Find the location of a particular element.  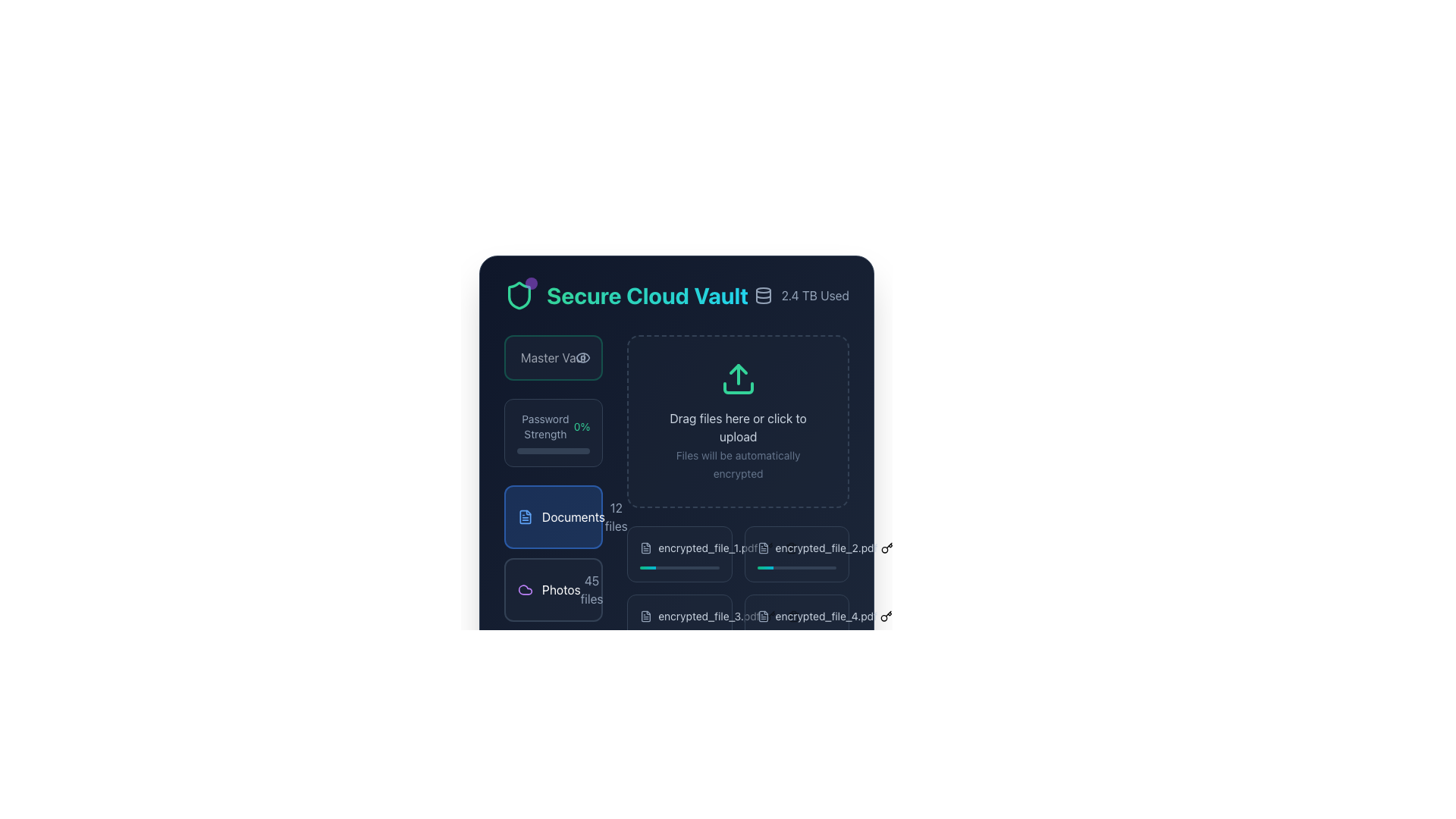

the first interactive icon for 'encrypted_file_2.pdf' to trigger the hover effect is located at coordinates (779, 548).